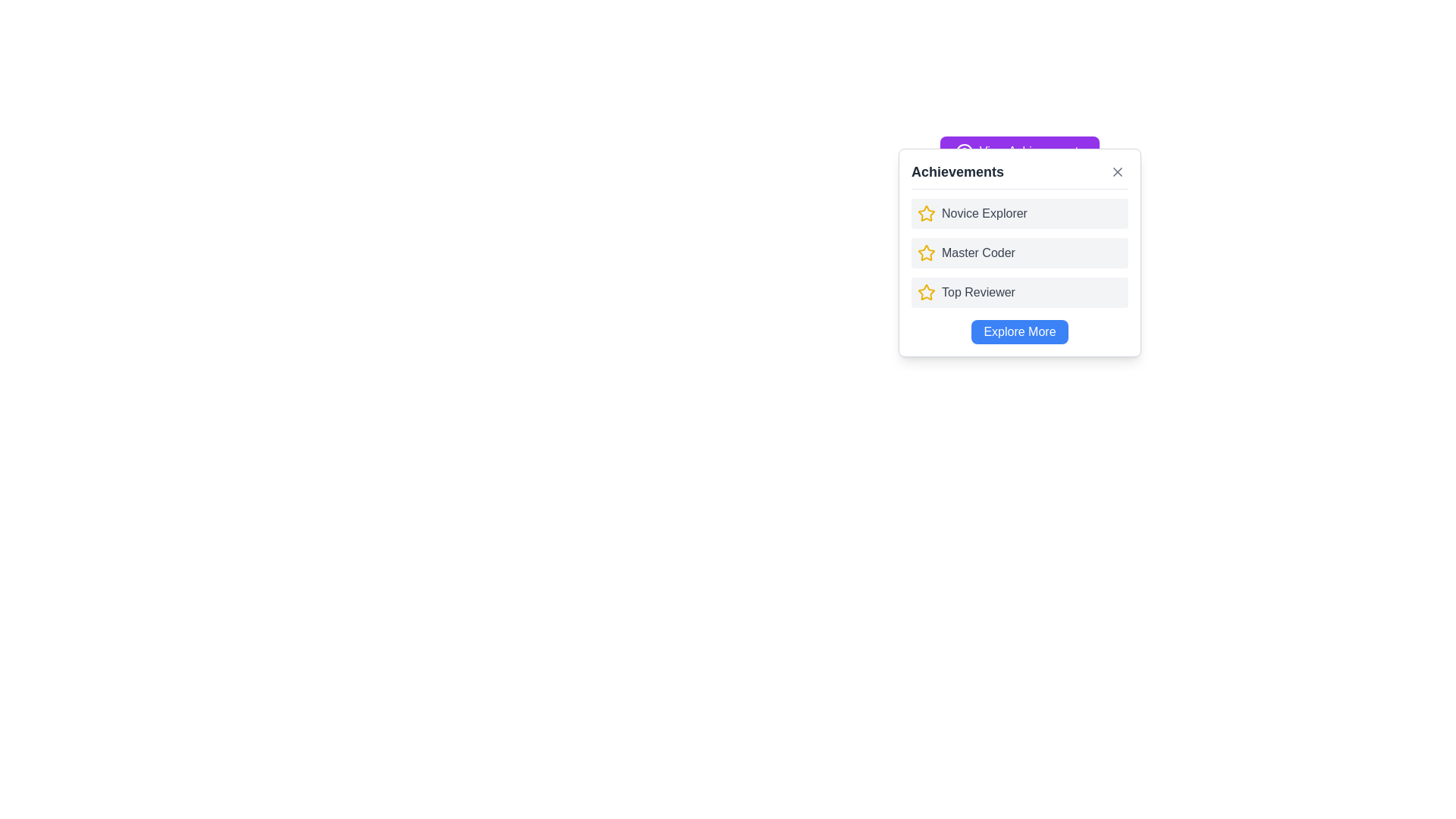 This screenshot has height=819, width=1456. What do you see at coordinates (926, 252) in the screenshot?
I see `the star-shaped icon labeled 'Master Coder' in the 'Achievements' modal dialogue box, which is filled with yellow and is the second of three vertically displayed star icons` at bounding box center [926, 252].